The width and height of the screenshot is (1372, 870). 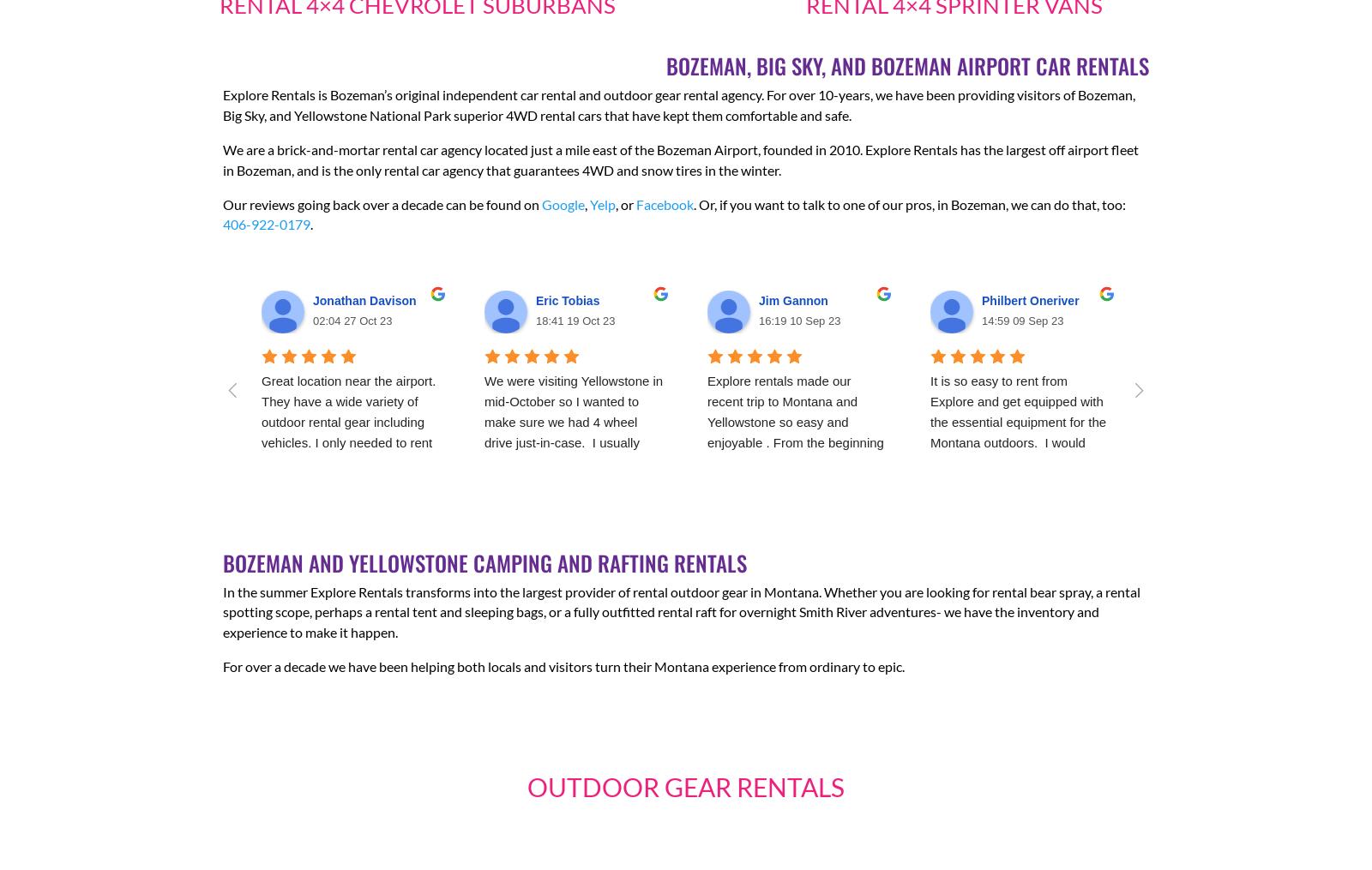 What do you see at coordinates (352, 321) in the screenshot?
I see `'02:04 27 Oct 23'` at bounding box center [352, 321].